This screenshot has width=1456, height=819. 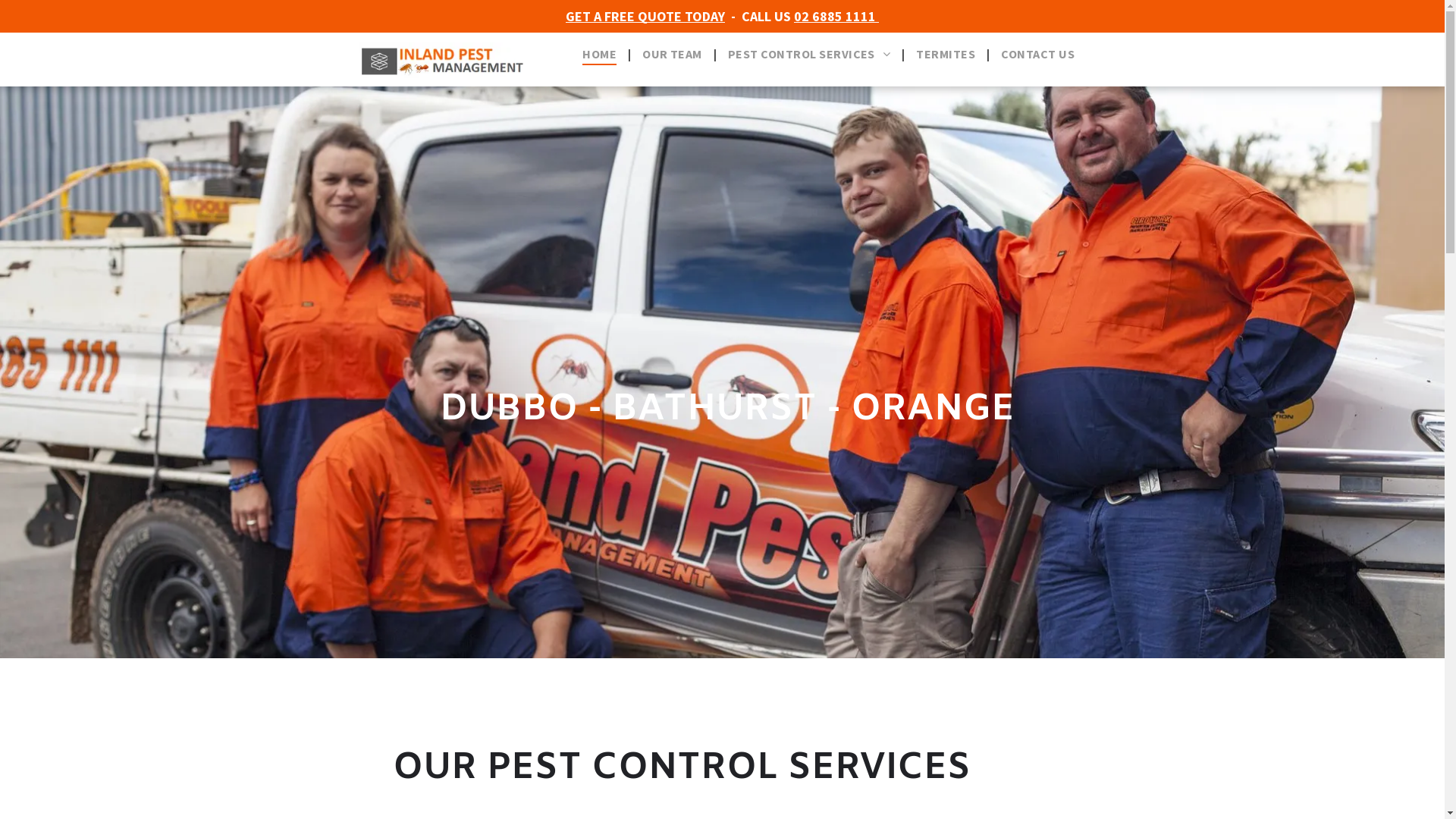 What do you see at coordinates (630, 52) in the screenshot?
I see `'OUR TEAM'` at bounding box center [630, 52].